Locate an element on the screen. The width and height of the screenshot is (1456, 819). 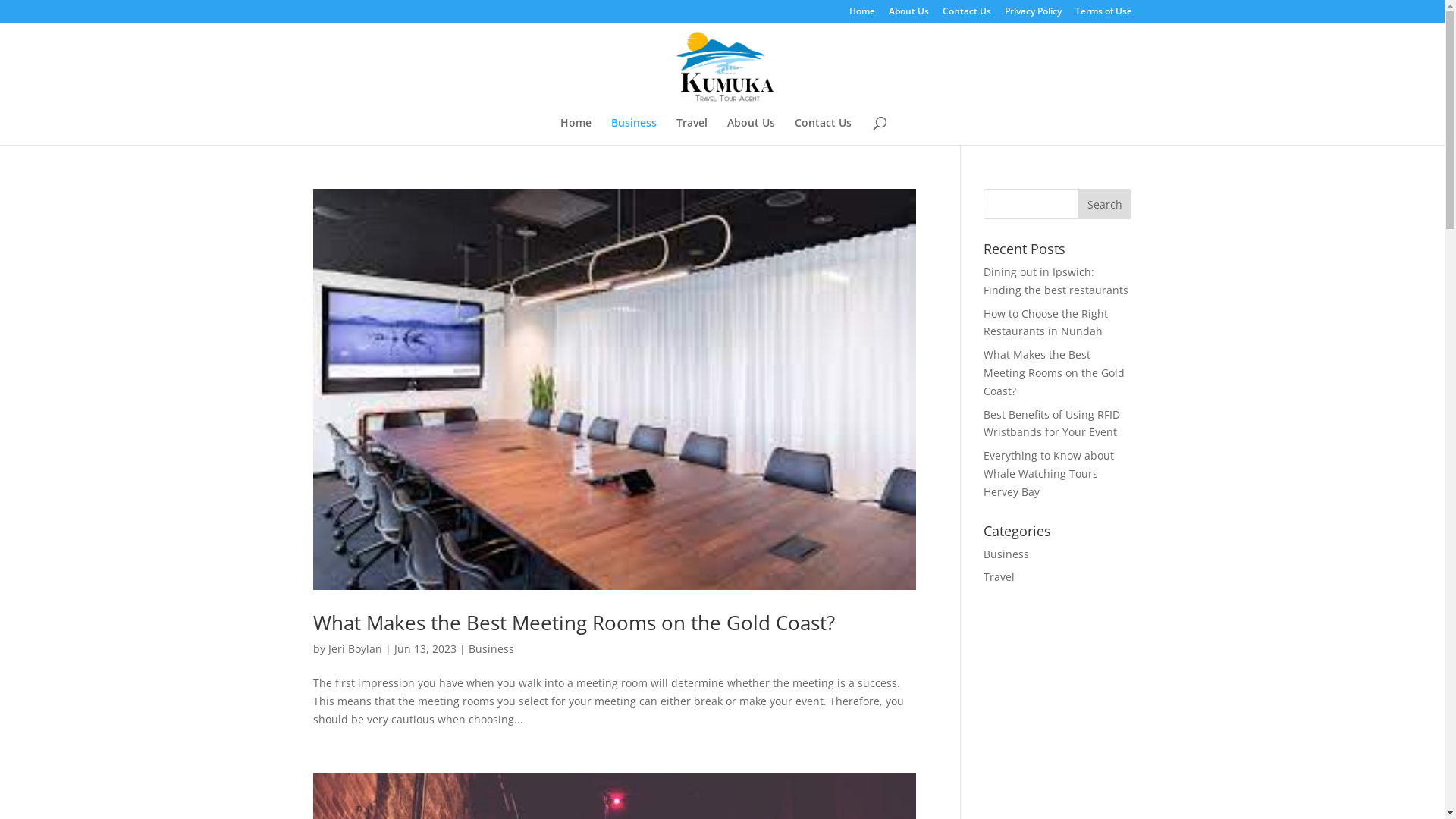
'What Makes the Best Meeting Rooms on the Gold Coast?' is located at coordinates (1053, 372).